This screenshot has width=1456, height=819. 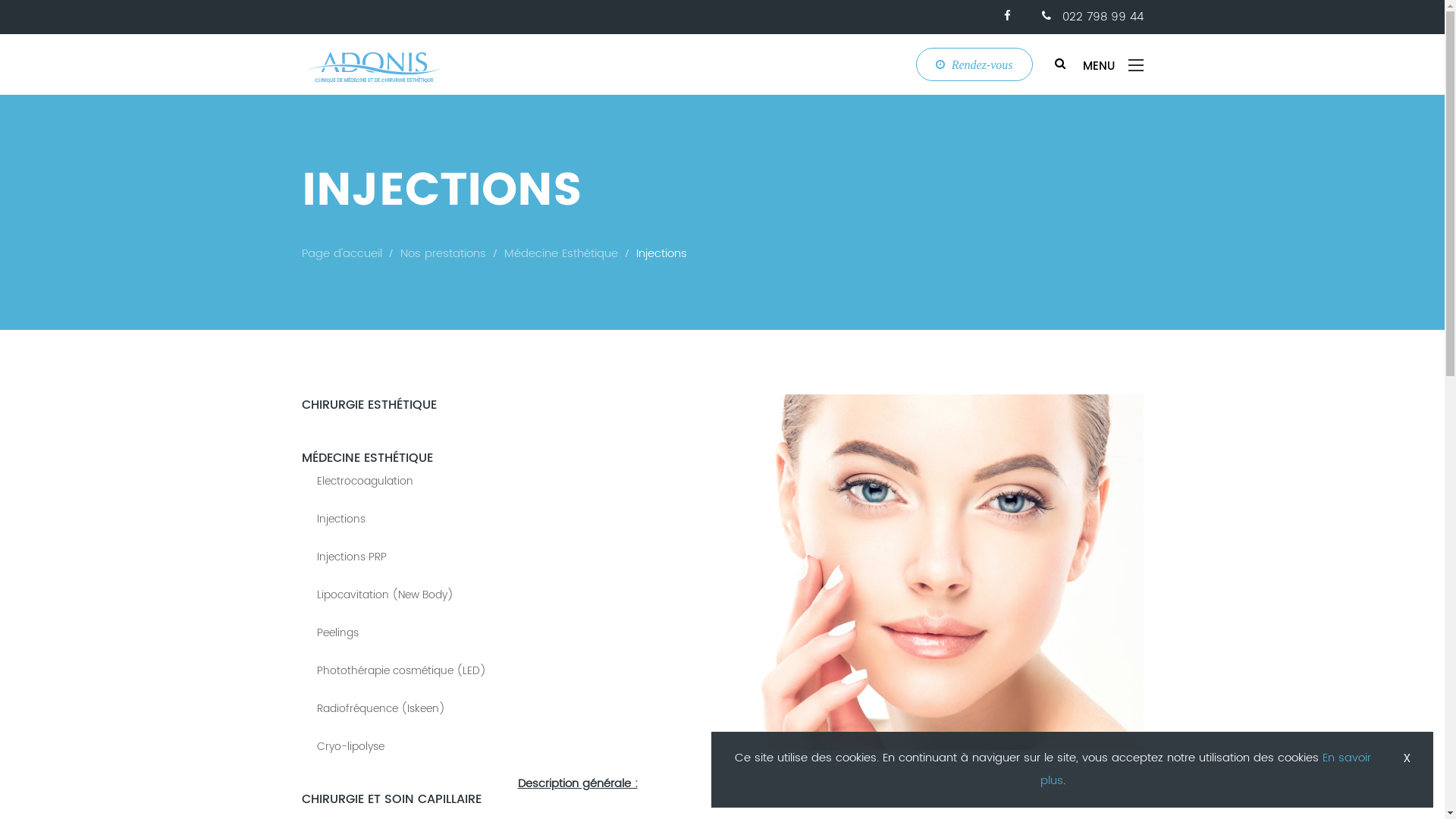 I want to click on 'x', so click(x=1395, y=758).